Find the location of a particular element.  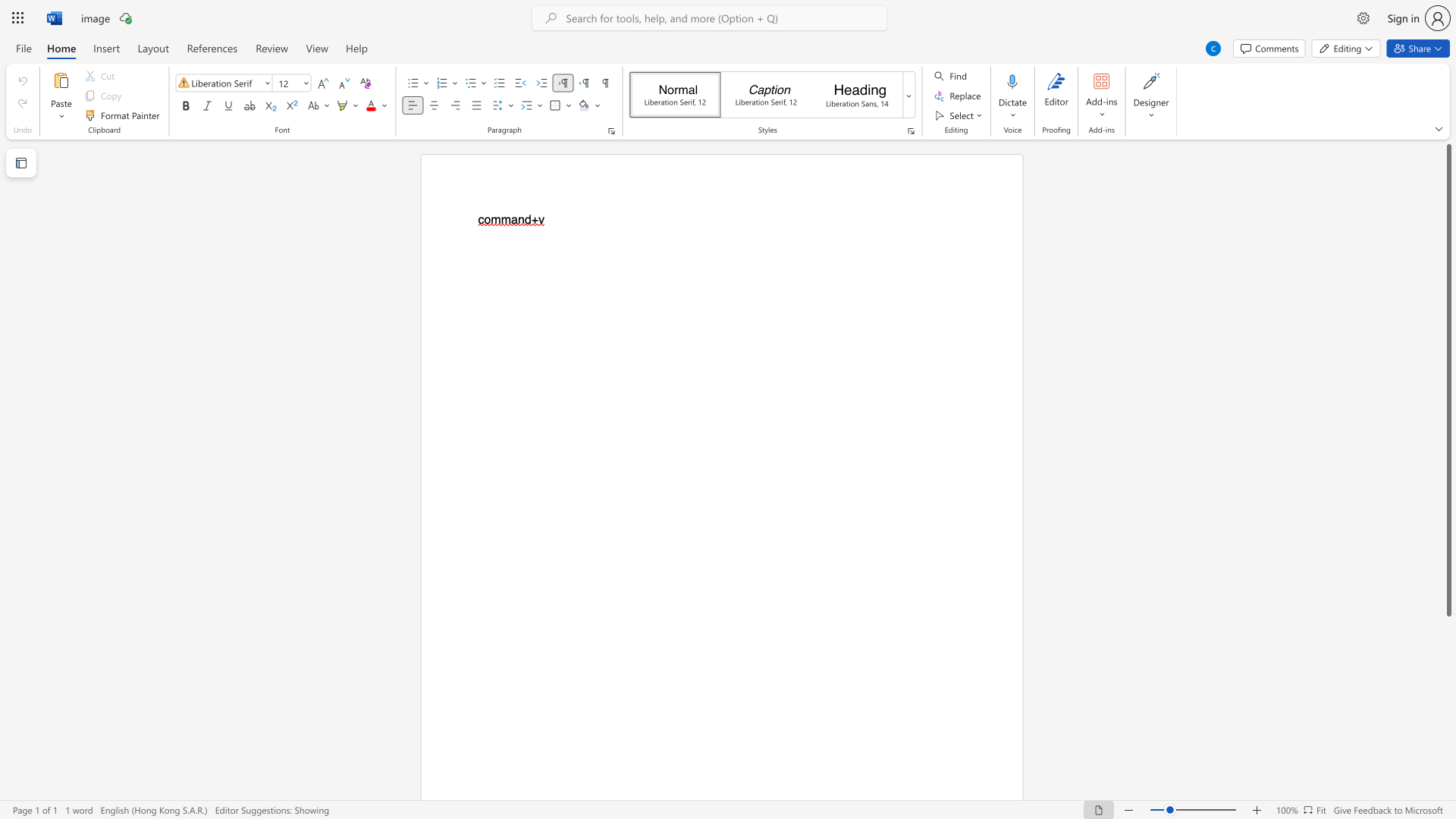

the scrollbar to move the content lower is located at coordinates (1448, 690).